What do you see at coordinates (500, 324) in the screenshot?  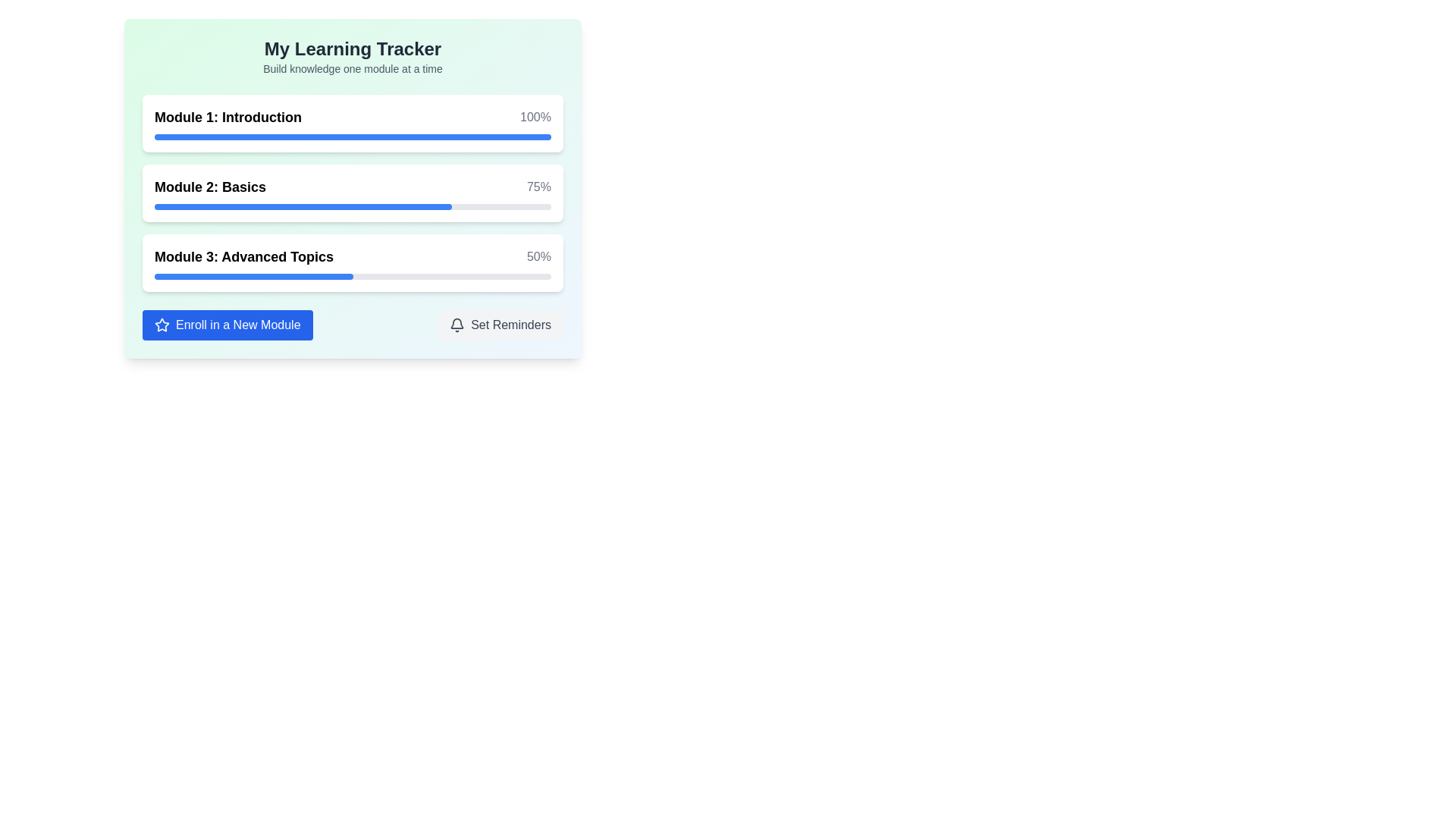 I see `the reminder setting button located to the right of the 'Enroll in a New Module' button` at bounding box center [500, 324].